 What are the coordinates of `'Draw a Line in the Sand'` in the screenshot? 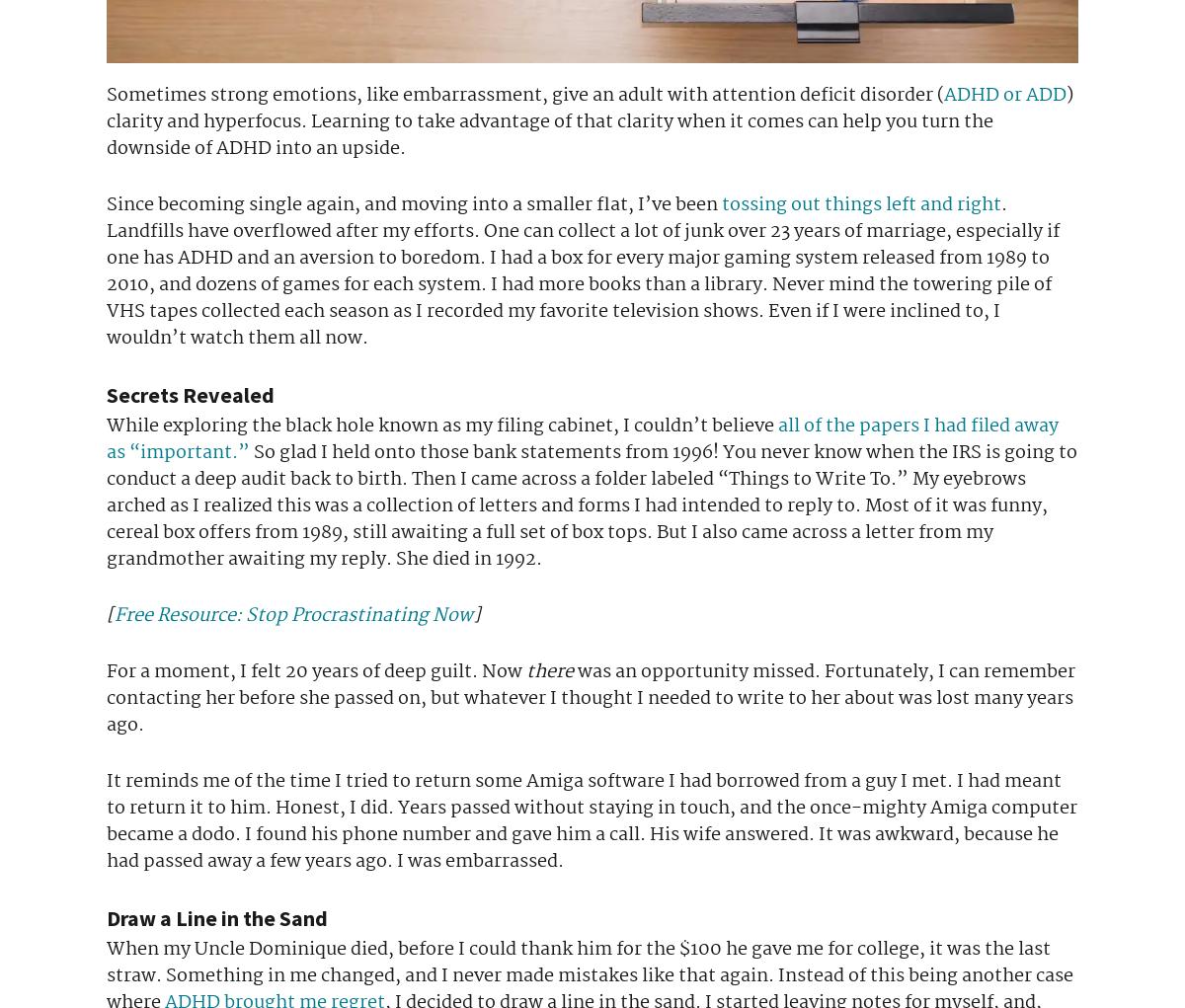 It's located at (215, 917).